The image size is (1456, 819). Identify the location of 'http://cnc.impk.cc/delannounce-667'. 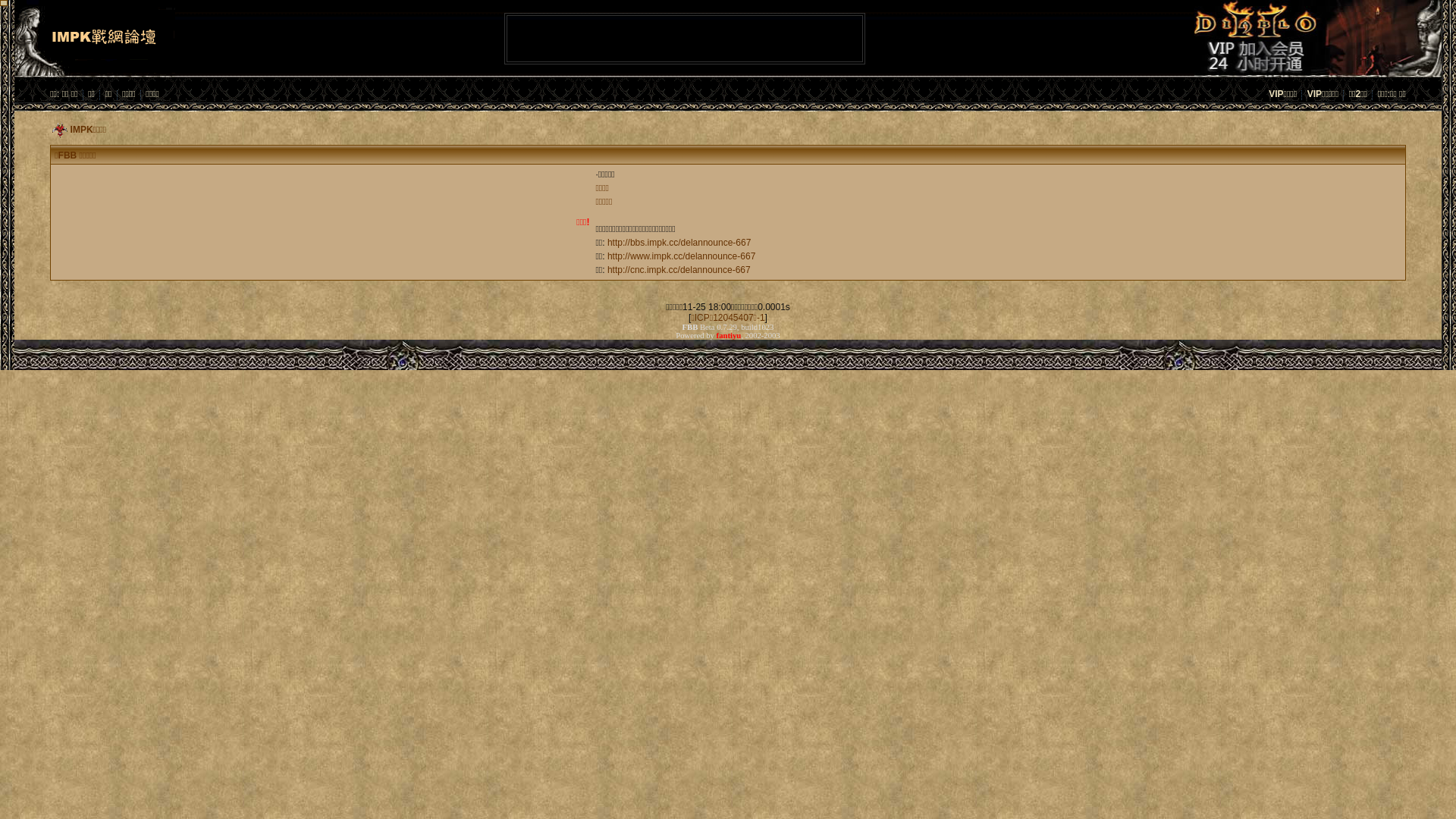
(607, 268).